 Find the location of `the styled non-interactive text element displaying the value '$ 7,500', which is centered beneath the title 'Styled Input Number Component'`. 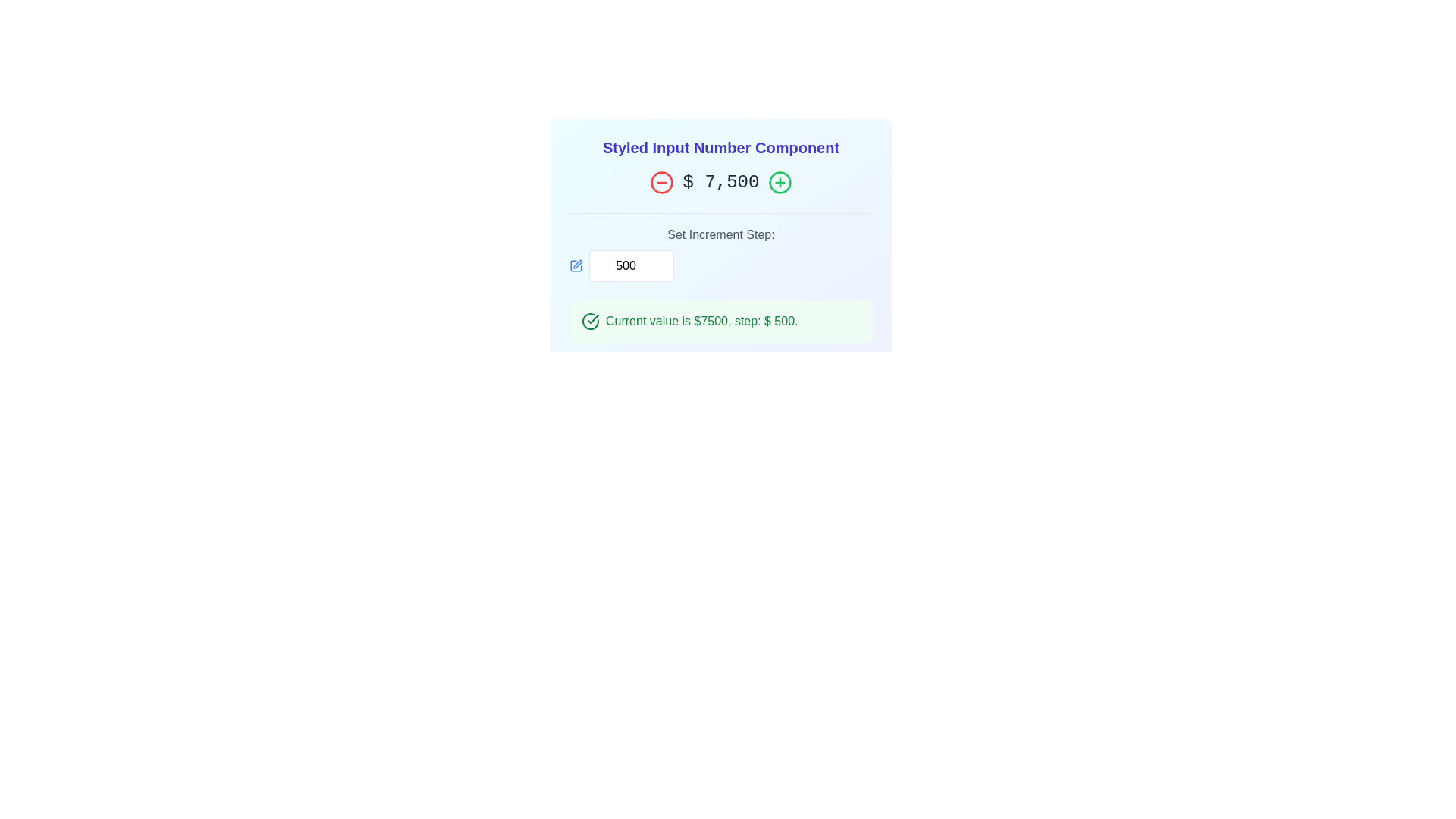

the styled non-interactive text element displaying the value '$ 7,500', which is centered beneath the title 'Styled Input Number Component' is located at coordinates (720, 181).